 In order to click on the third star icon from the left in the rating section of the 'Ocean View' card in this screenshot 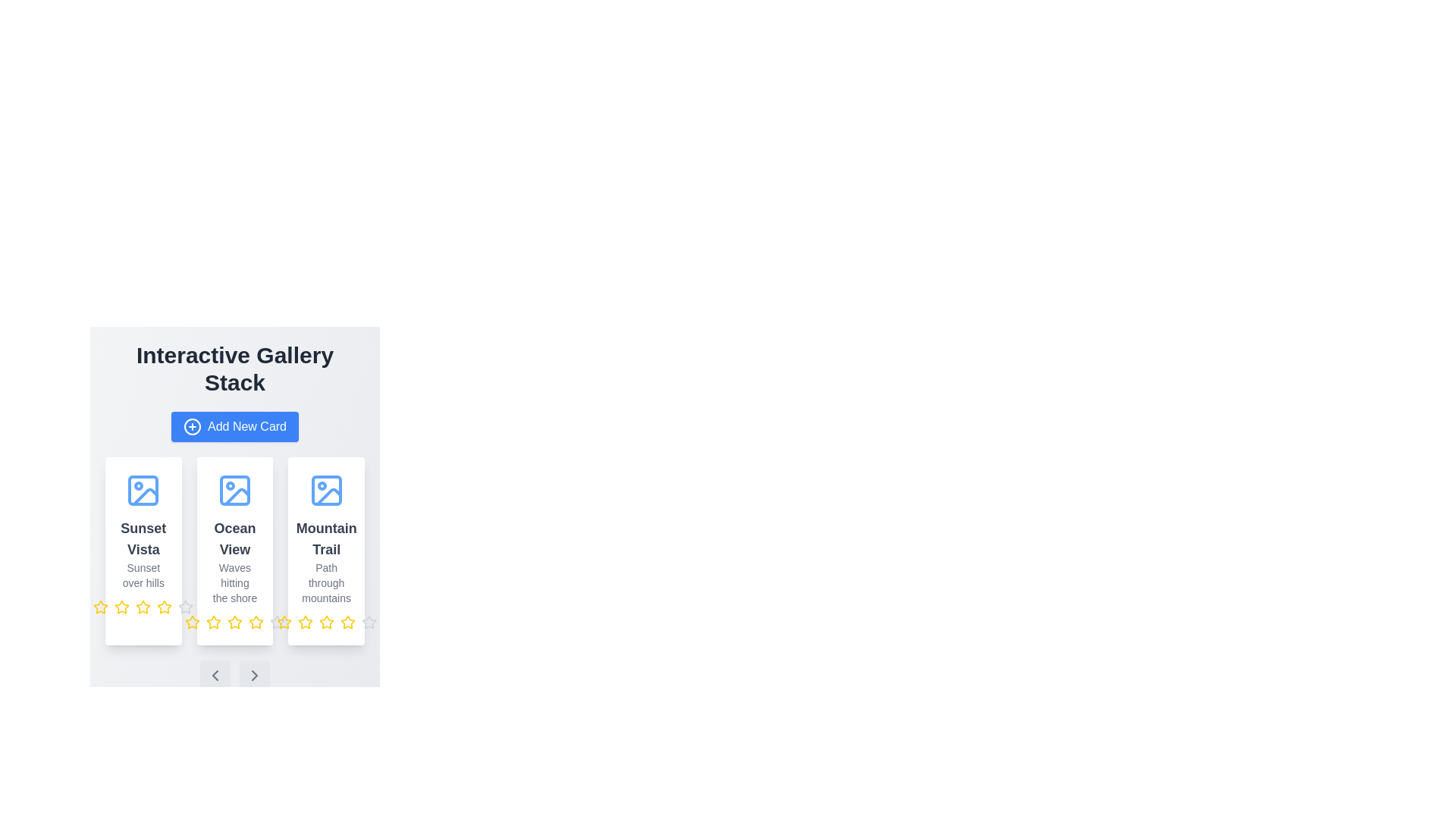, I will do `click(234, 622)`.